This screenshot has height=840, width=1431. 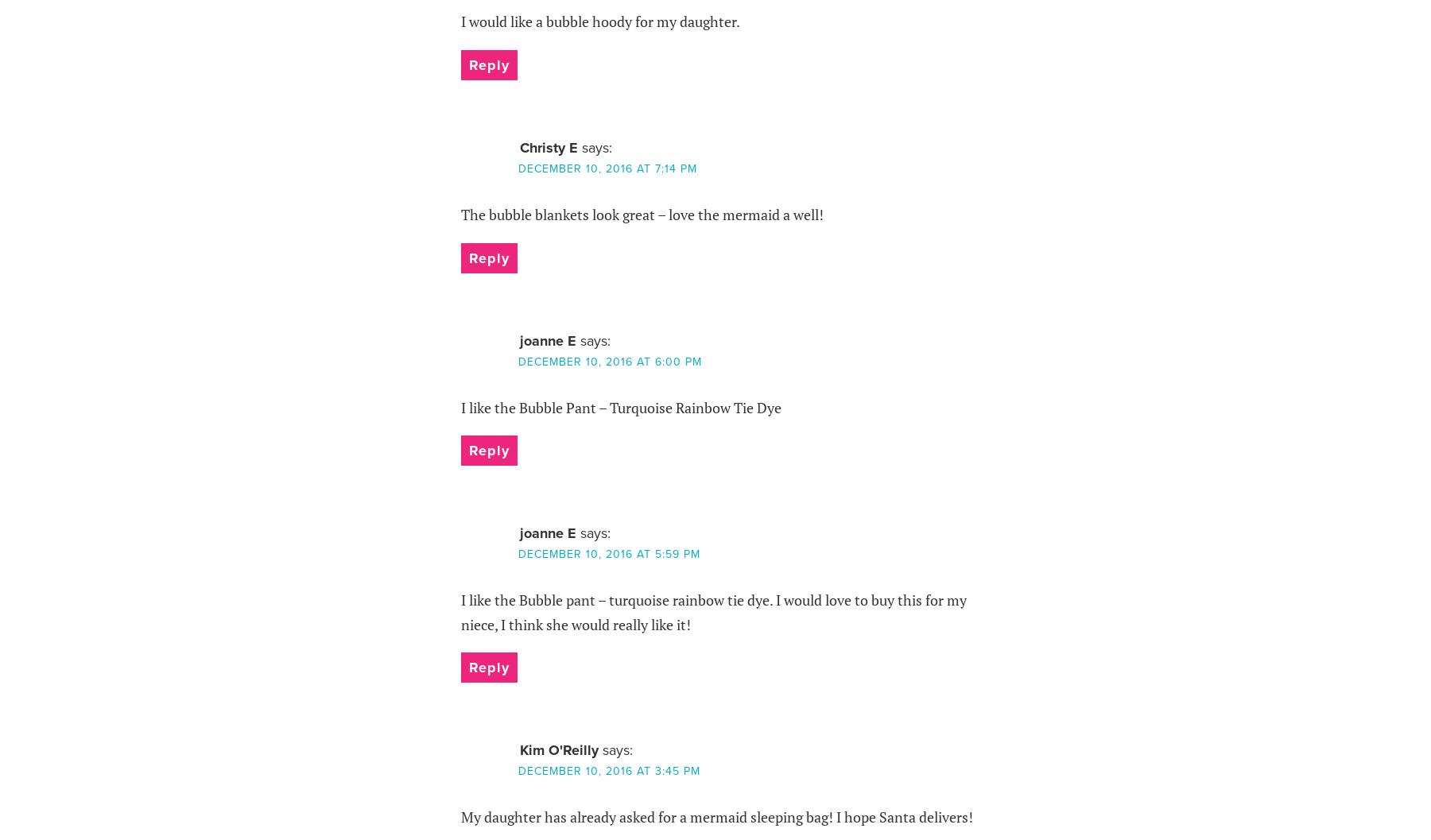 What do you see at coordinates (712, 612) in the screenshot?
I see `'I like the Bubble pant – turquoise rainbow tie dye.  I would love to buy this for my niece, I think she would really like it!'` at bounding box center [712, 612].